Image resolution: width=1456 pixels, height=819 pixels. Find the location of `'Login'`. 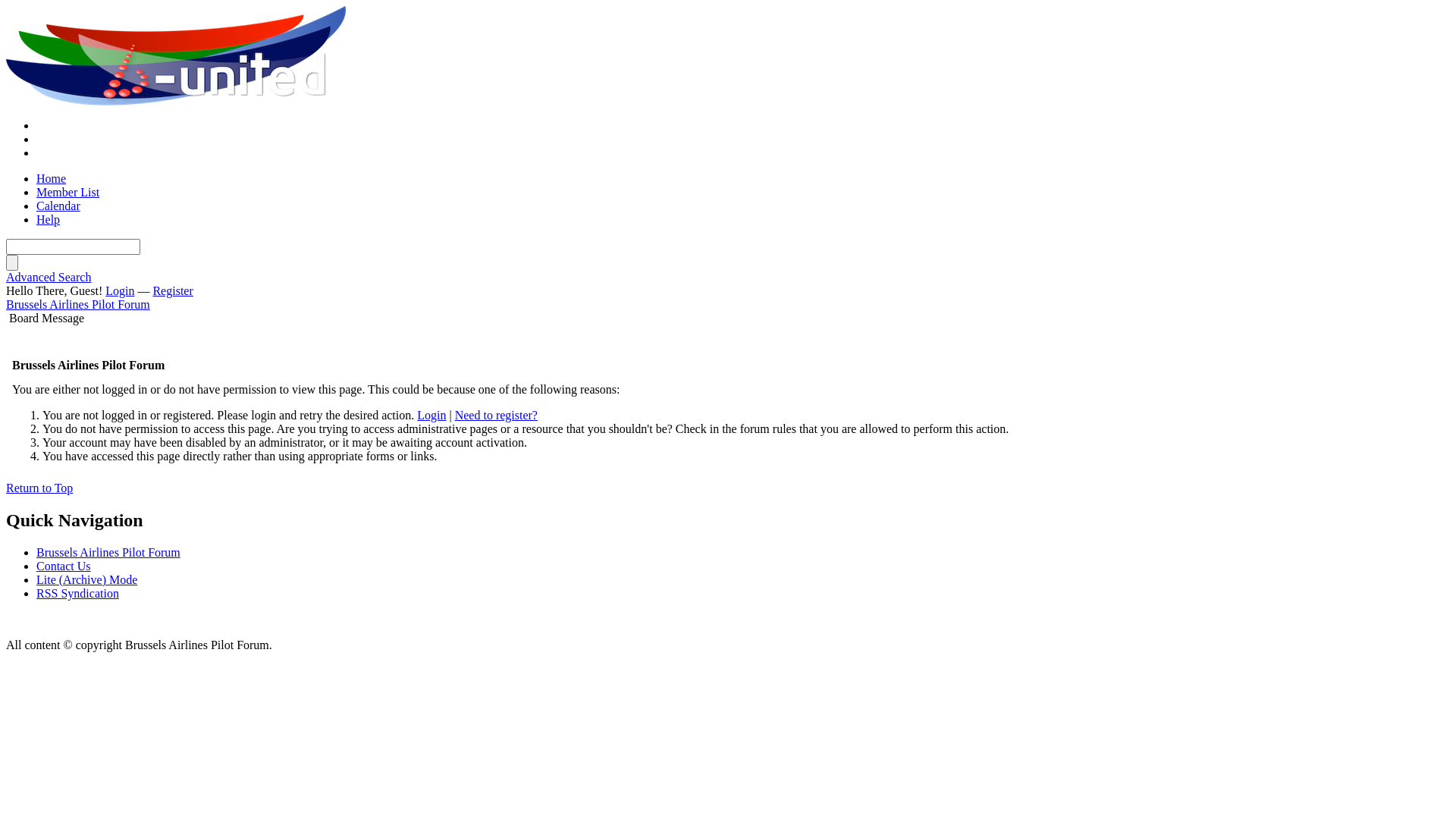

'Login' is located at coordinates (431, 415).